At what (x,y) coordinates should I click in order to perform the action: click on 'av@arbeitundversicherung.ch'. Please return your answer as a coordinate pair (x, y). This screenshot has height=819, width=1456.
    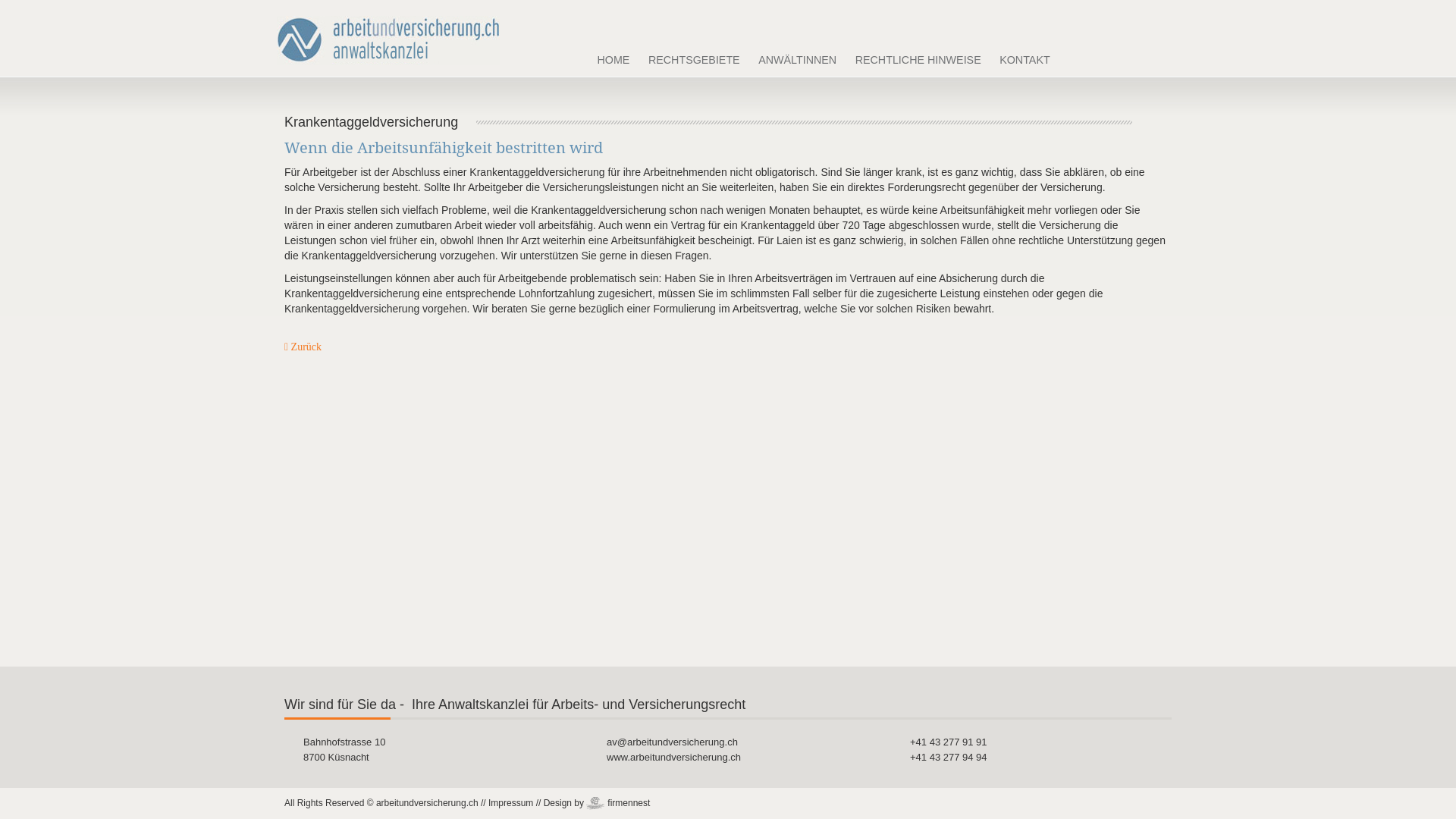
    Looking at the image, I should click on (671, 741).